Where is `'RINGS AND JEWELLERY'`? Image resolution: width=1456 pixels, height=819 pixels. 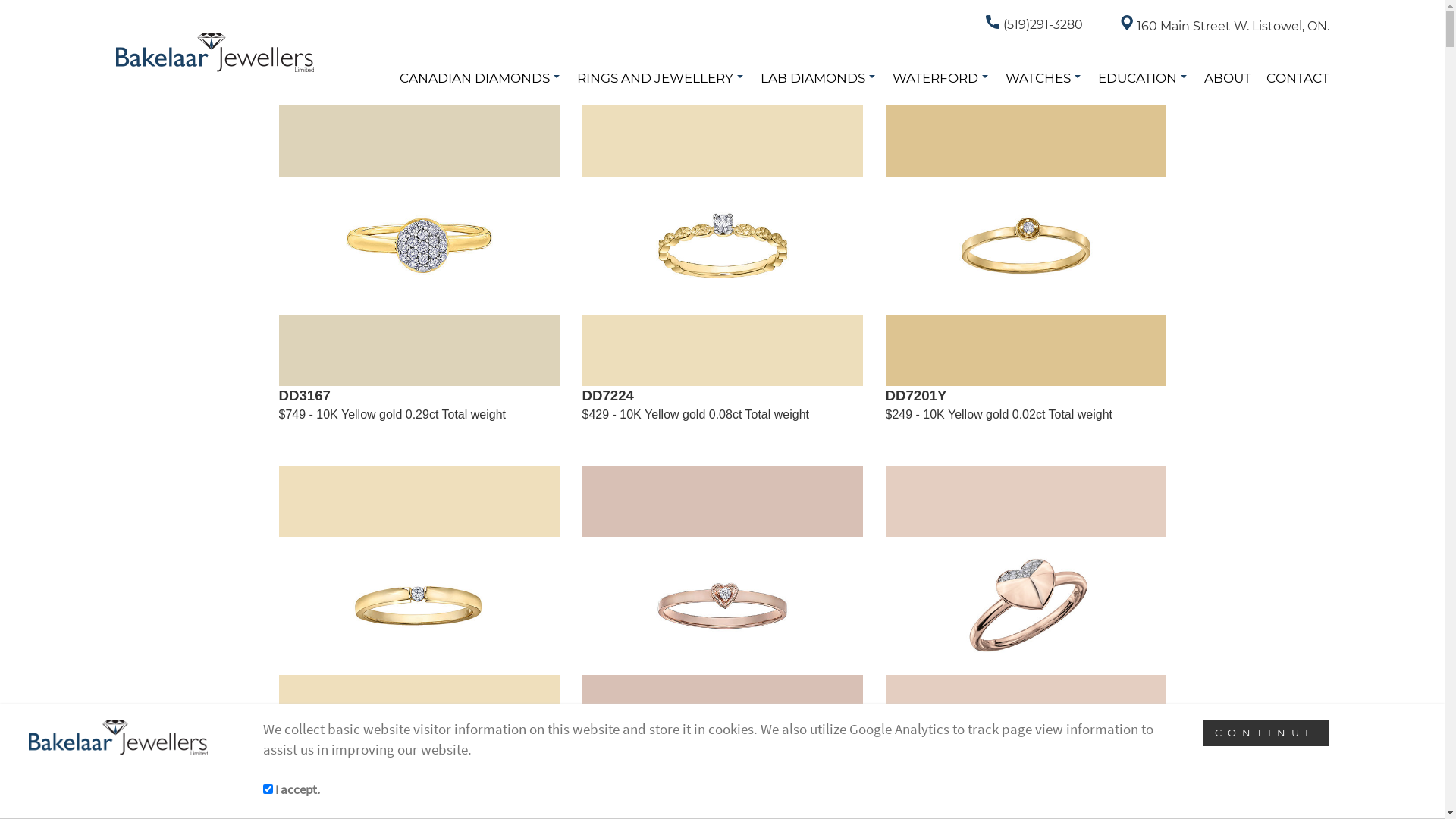 'RINGS AND JEWELLERY' is located at coordinates (660, 78).